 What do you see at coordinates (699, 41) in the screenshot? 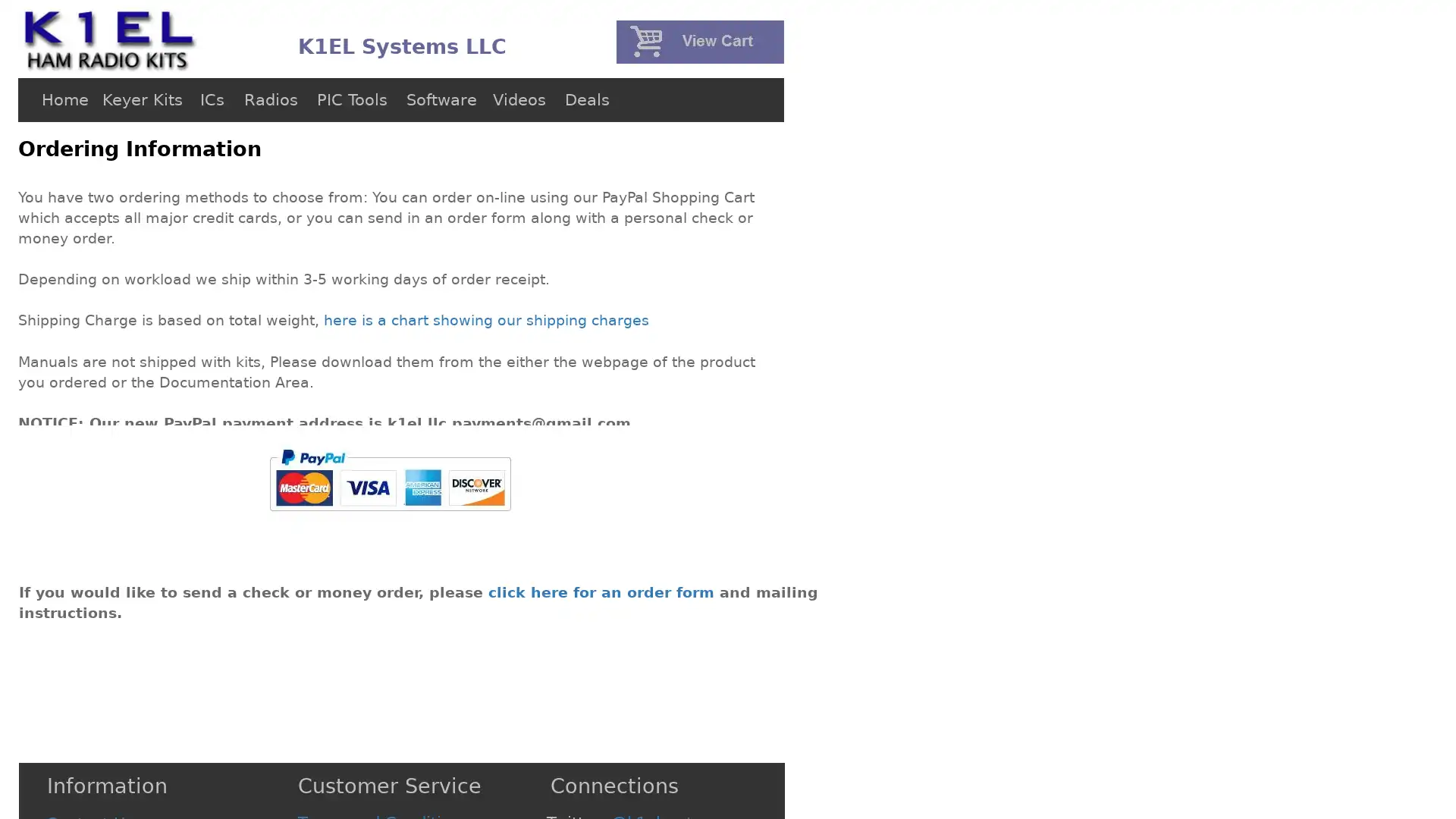
I see `PayPal - The safer, easier way to pay online!` at bounding box center [699, 41].